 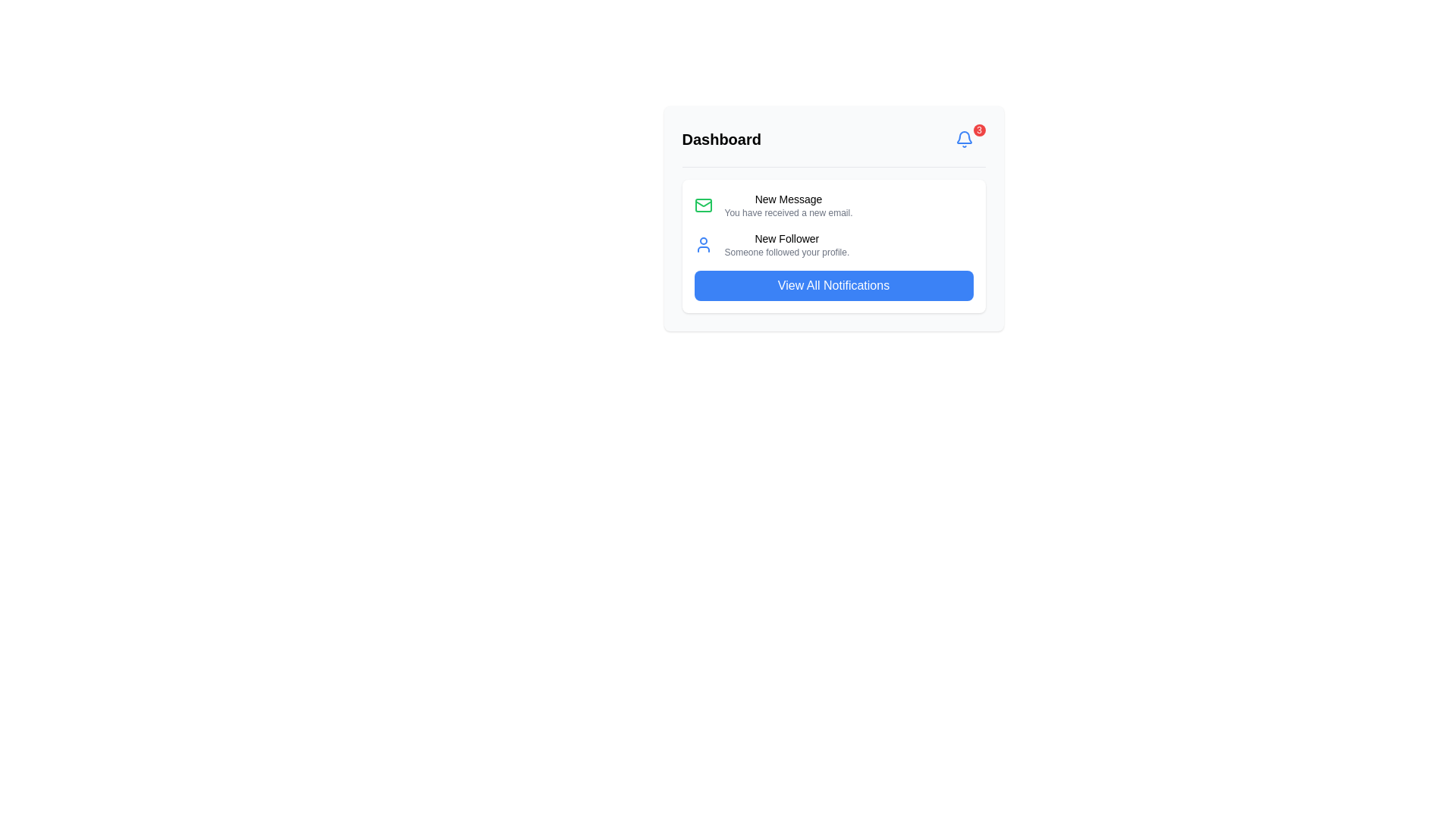 I want to click on the visual representation of the green envelope icon located within the 'New Message' notification card, positioned to the top-left of the text content, so click(x=702, y=205).